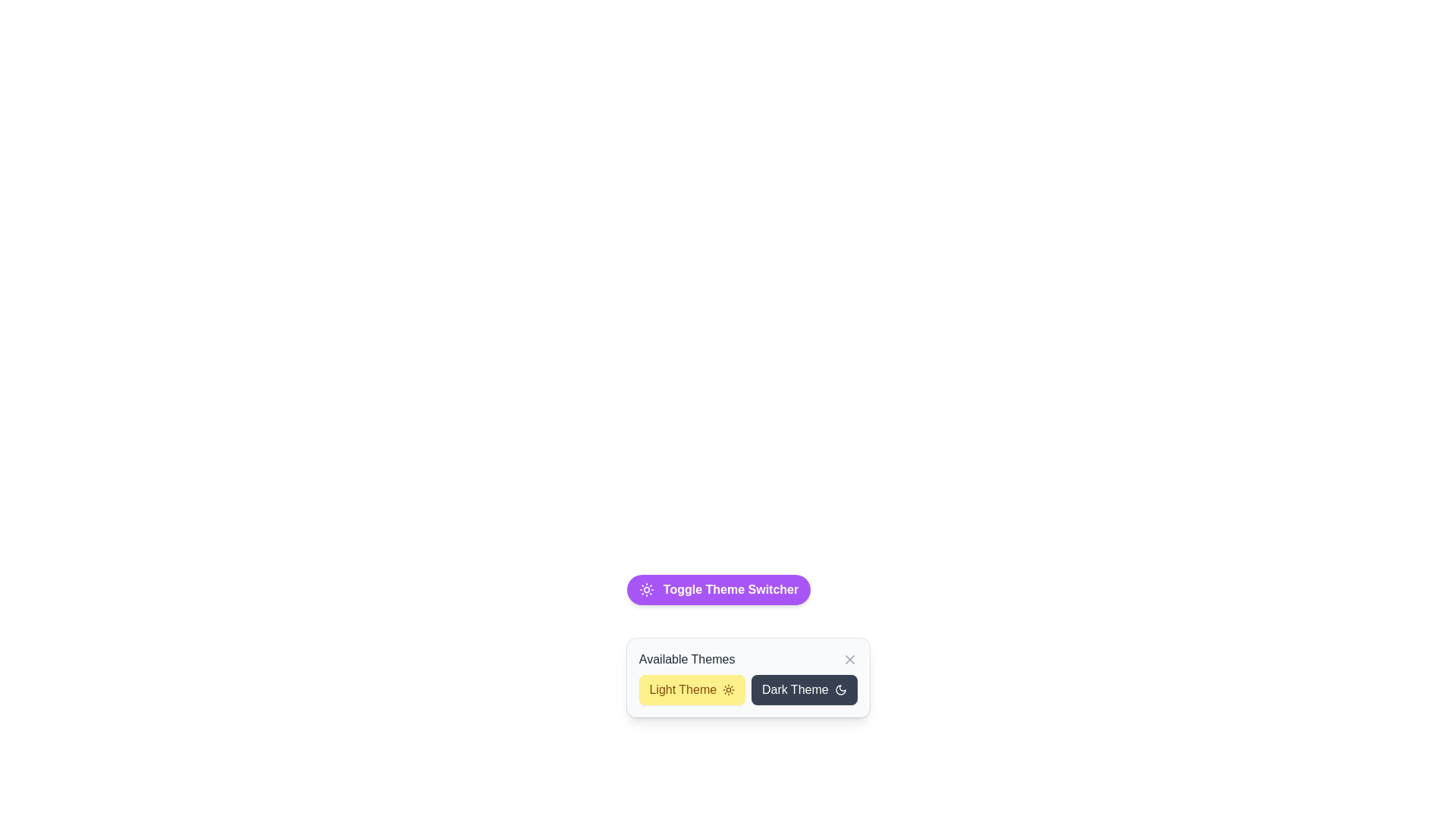 The width and height of the screenshot is (1456, 819). Describe the element at coordinates (839, 690) in the screenshot. I see `the icon representing the 'Dark Theme' located to the right of the 'Dark Theme' text label` at that location.